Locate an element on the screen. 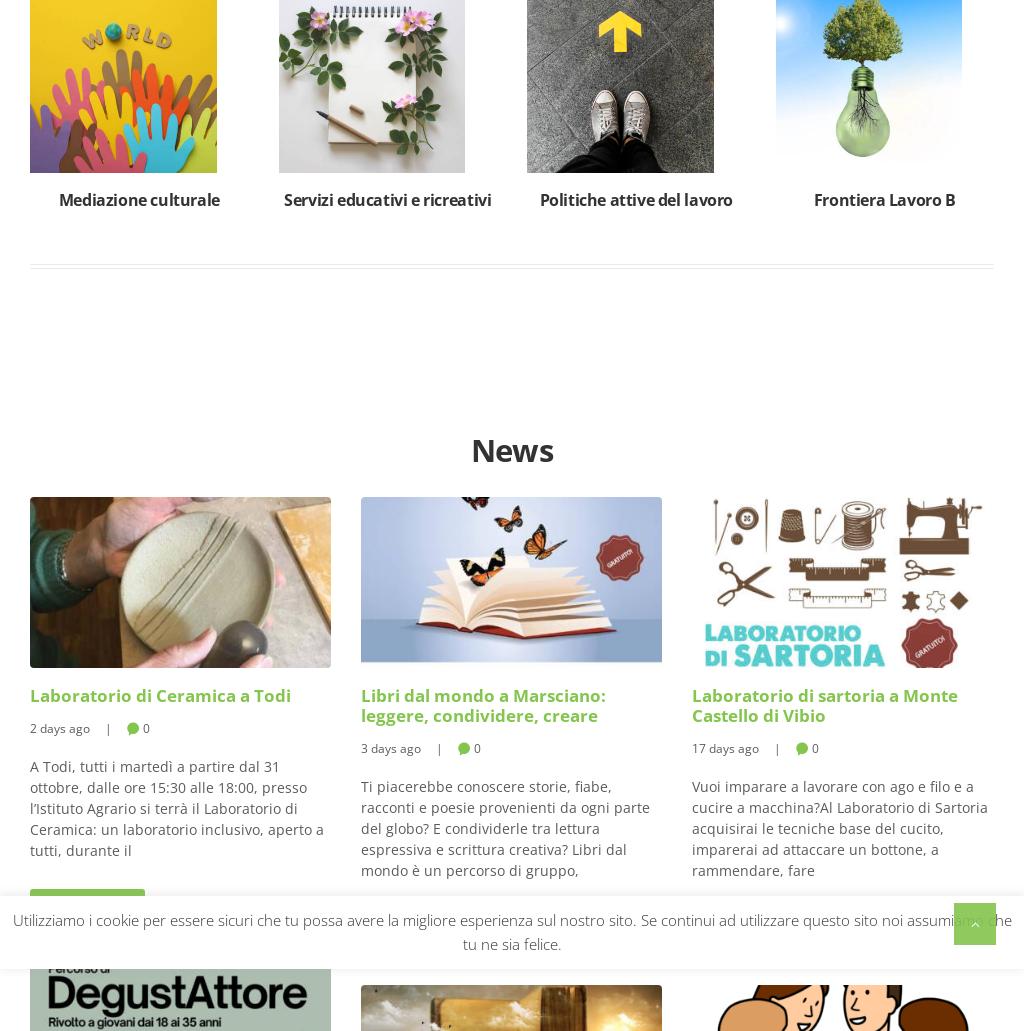 The height and width of the screenshot is (1031, 1024). 'Laboratorio di sartoria a Monte Castello di Vibio' is located at coordinates (692, 704).